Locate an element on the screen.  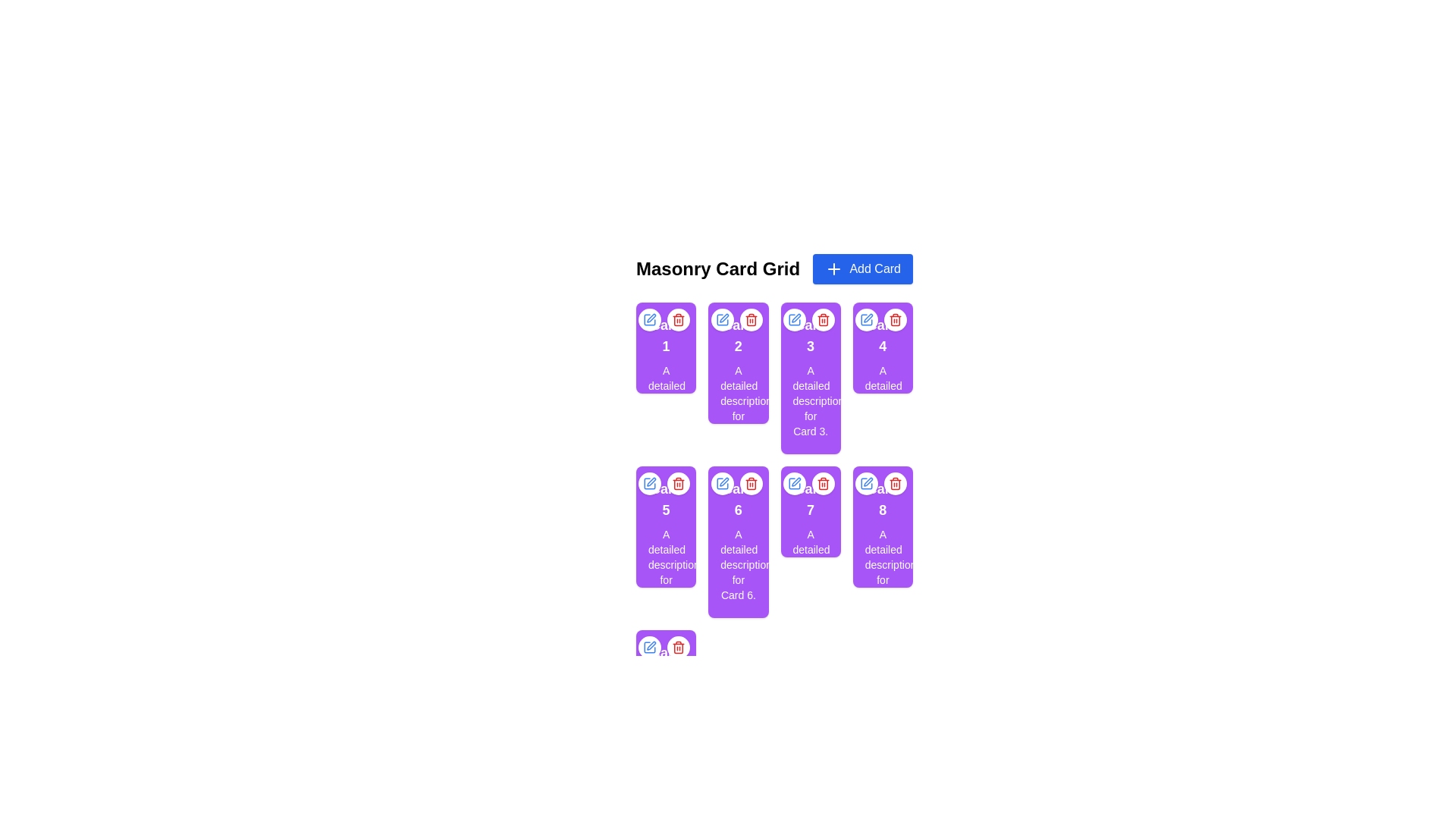
the edit icon (pen) located in the top-left region of card number '1' to initiate the edit function is located at coordinates (795, 482).